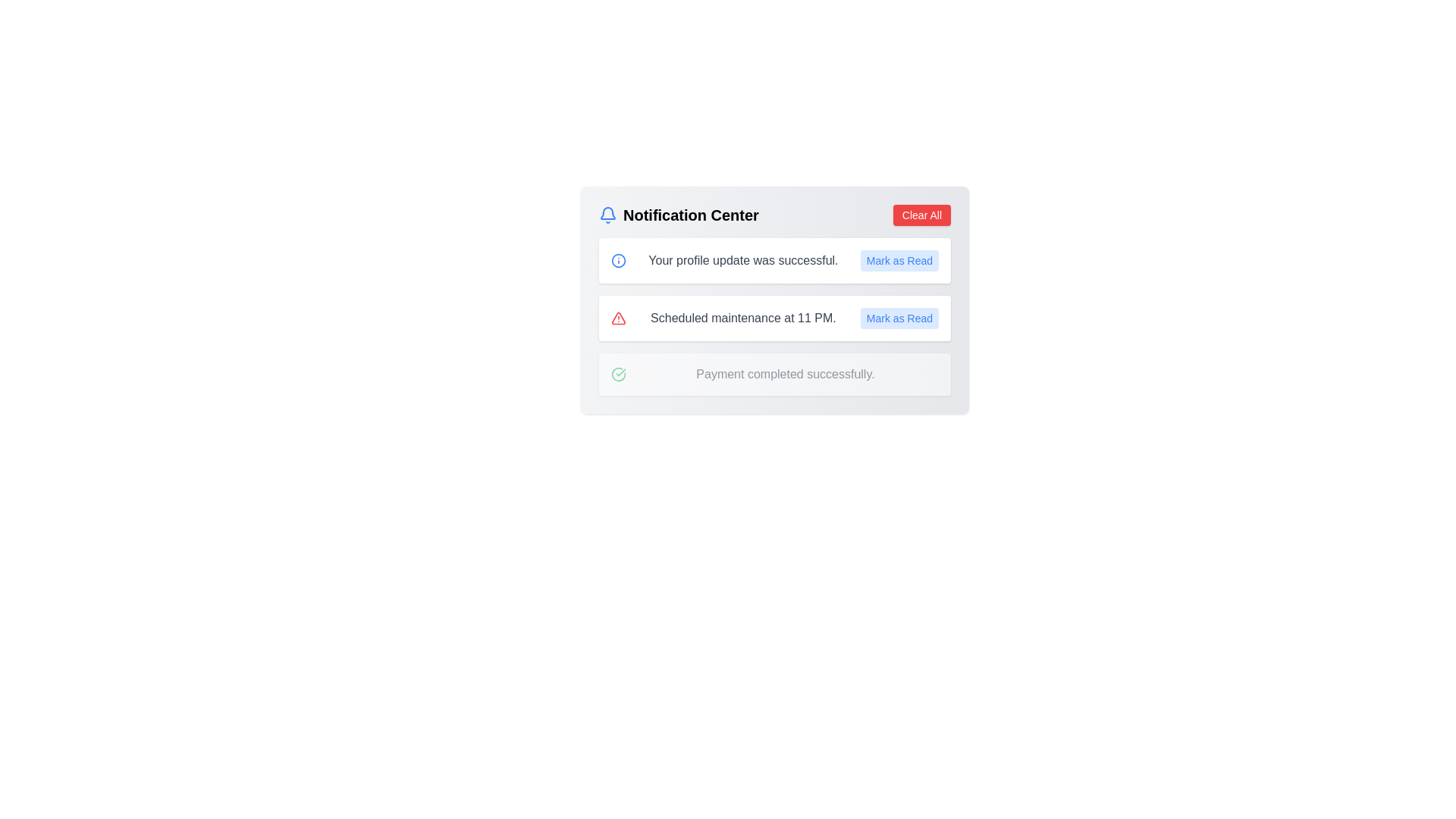  I want to click on the icon background circle that serves as a visual component for the first notification item in the notification center, so click(619, 259).